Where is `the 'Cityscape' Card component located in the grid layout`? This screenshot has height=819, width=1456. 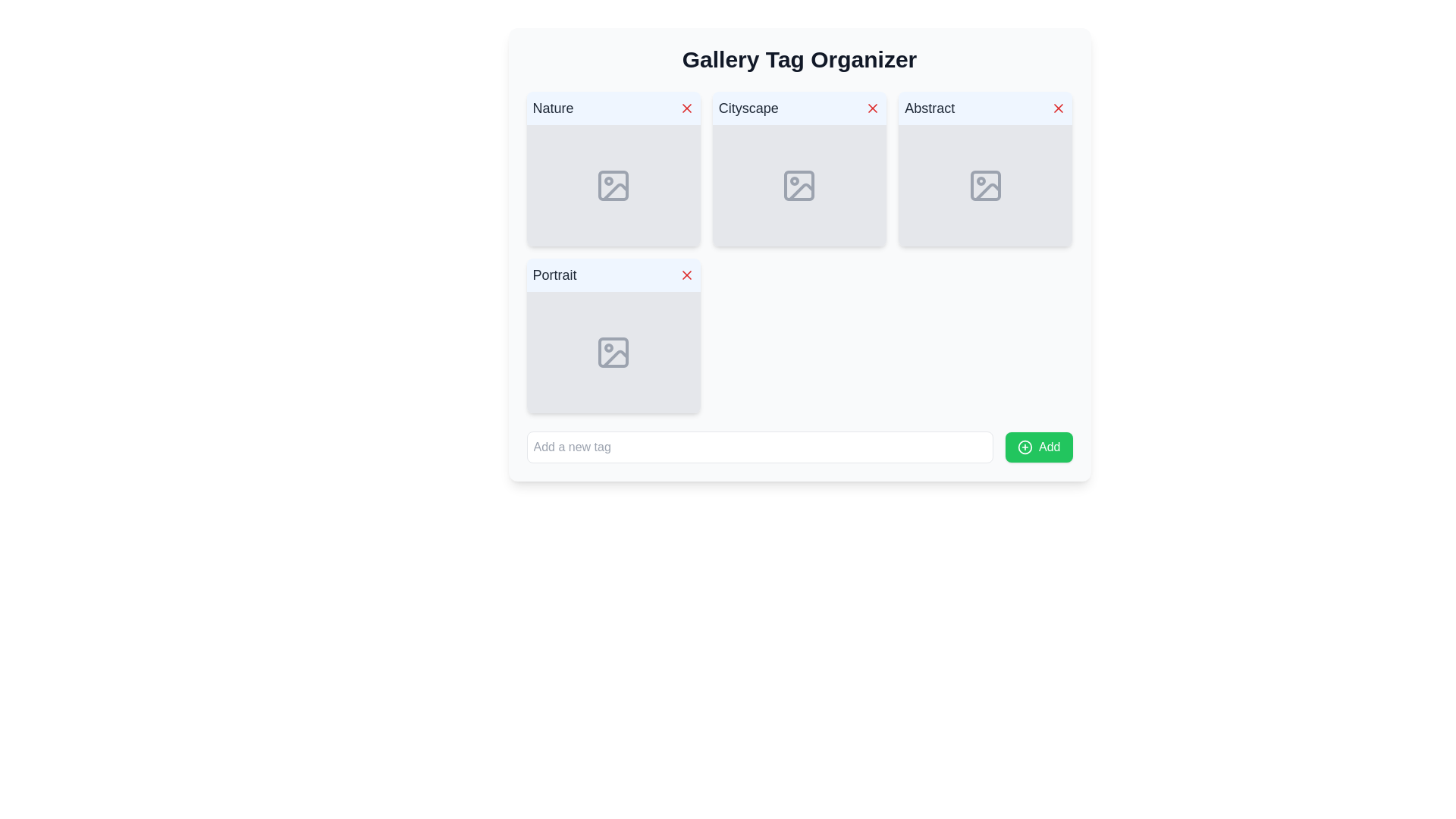 the 'Cityscape' Card component located in the grid layout is located at coordinates (799, 169).